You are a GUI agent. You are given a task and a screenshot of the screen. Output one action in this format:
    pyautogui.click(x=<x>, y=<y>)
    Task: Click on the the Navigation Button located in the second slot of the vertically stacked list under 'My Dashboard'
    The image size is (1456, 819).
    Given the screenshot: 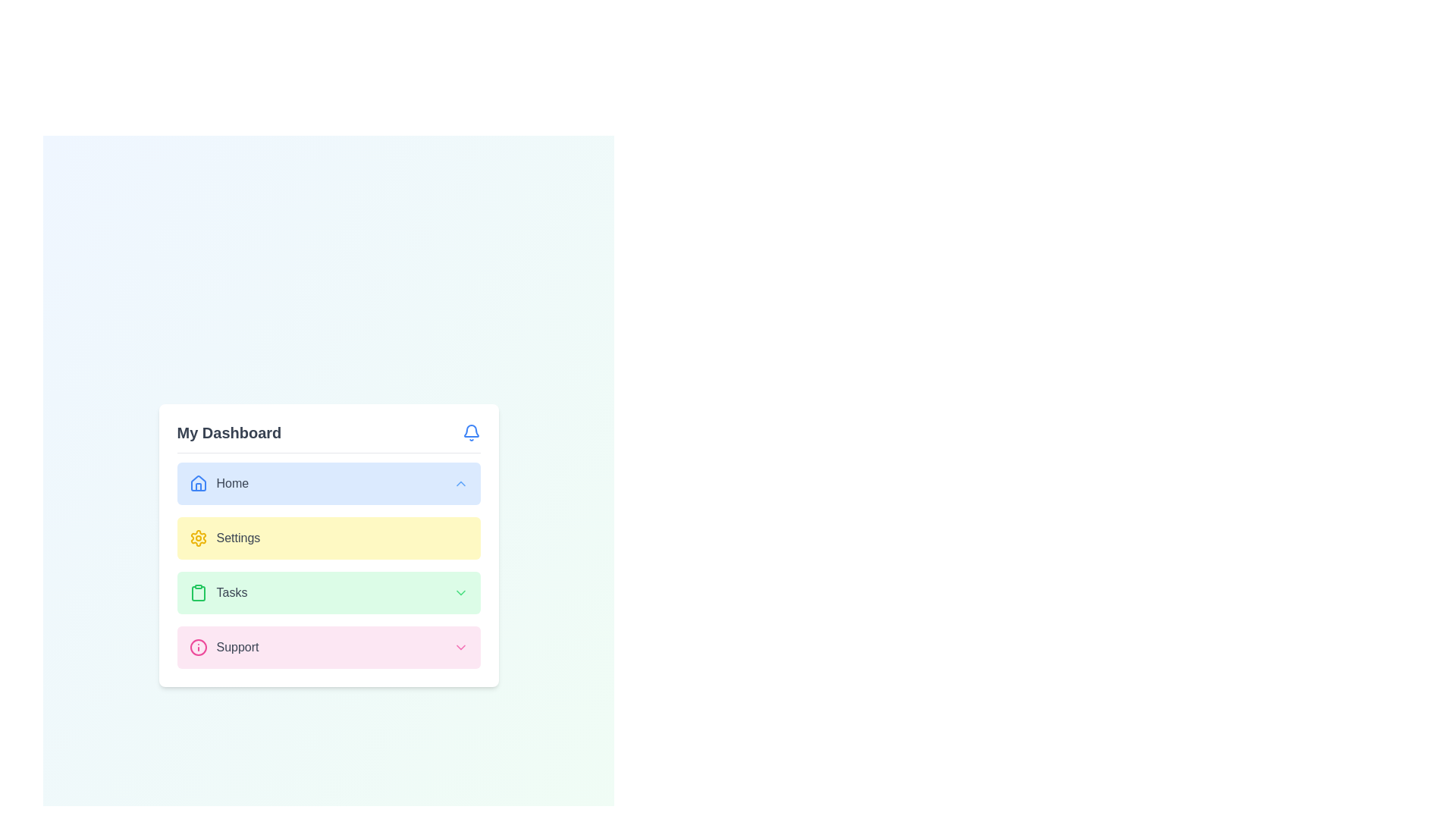 What is the action you would take?
    pyautogui.click(x=328, y=537)
    